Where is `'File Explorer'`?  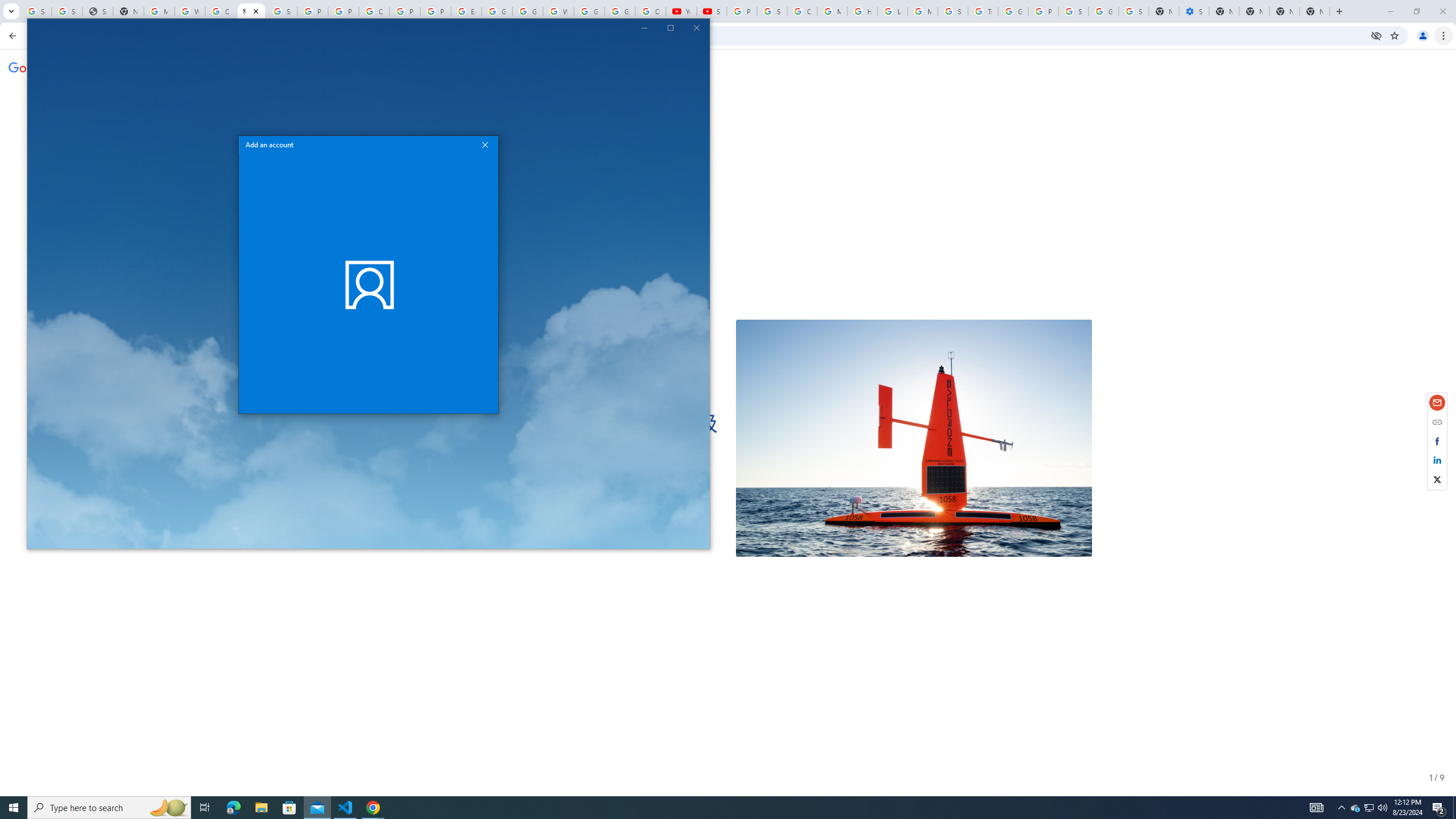
'File Explorer' is located at coordinates (289, 806).